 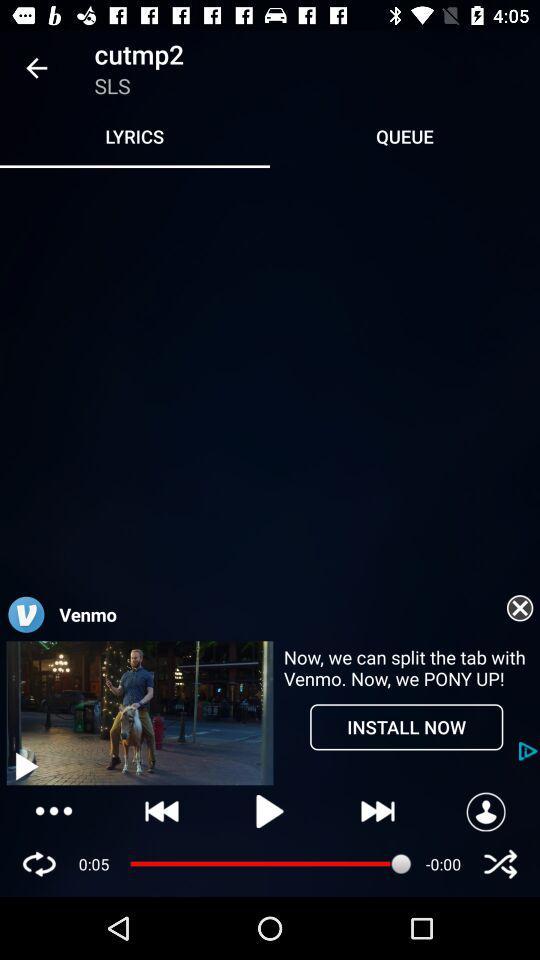 I want to click on the close icon, so click(x=499, y=863).